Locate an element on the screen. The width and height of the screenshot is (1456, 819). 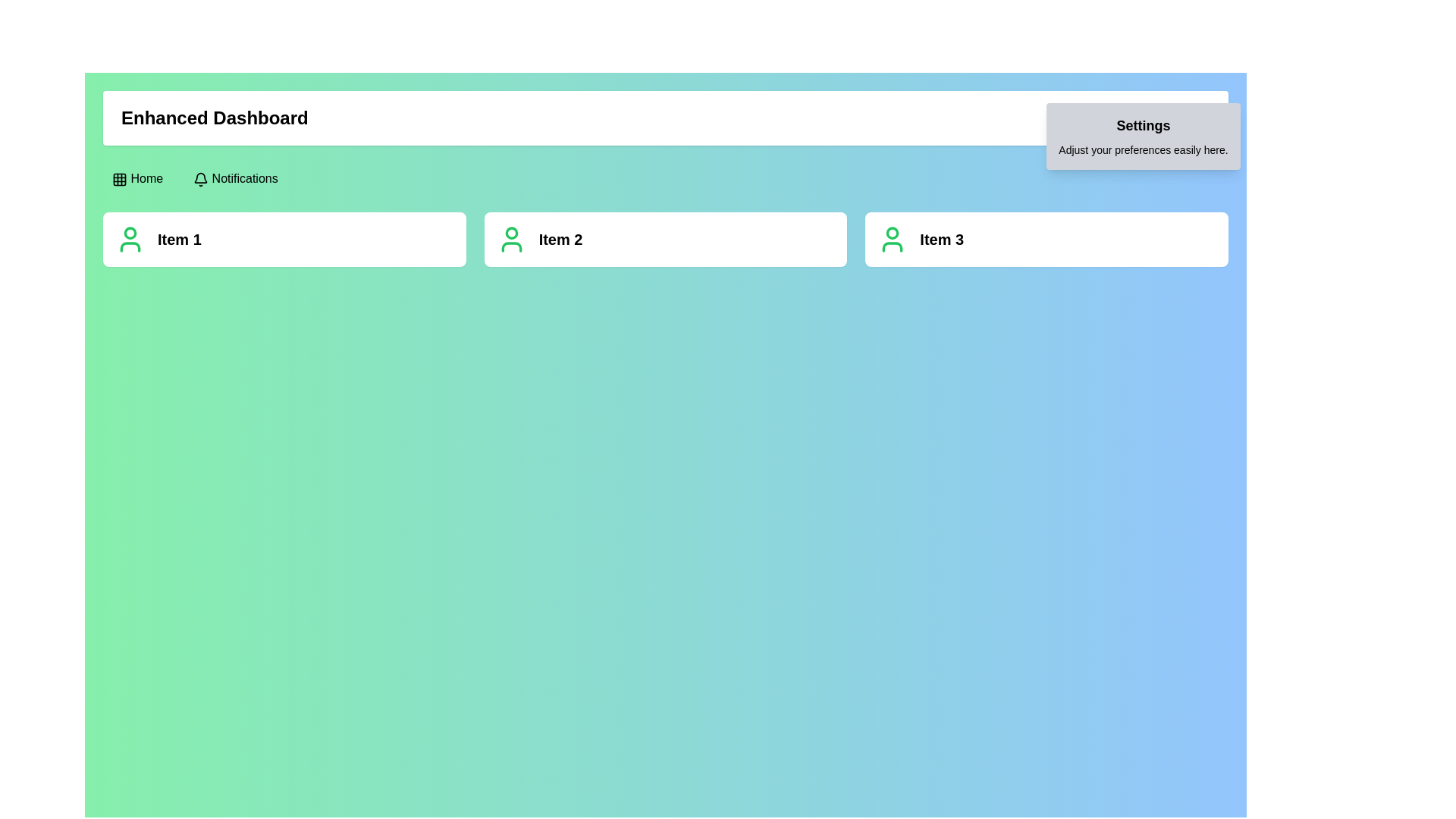
the 'Settings' section title text label located at the top-right of the interface, above the text 'Adjust your preferences easily here.' is located at coordinates (1143, 124).